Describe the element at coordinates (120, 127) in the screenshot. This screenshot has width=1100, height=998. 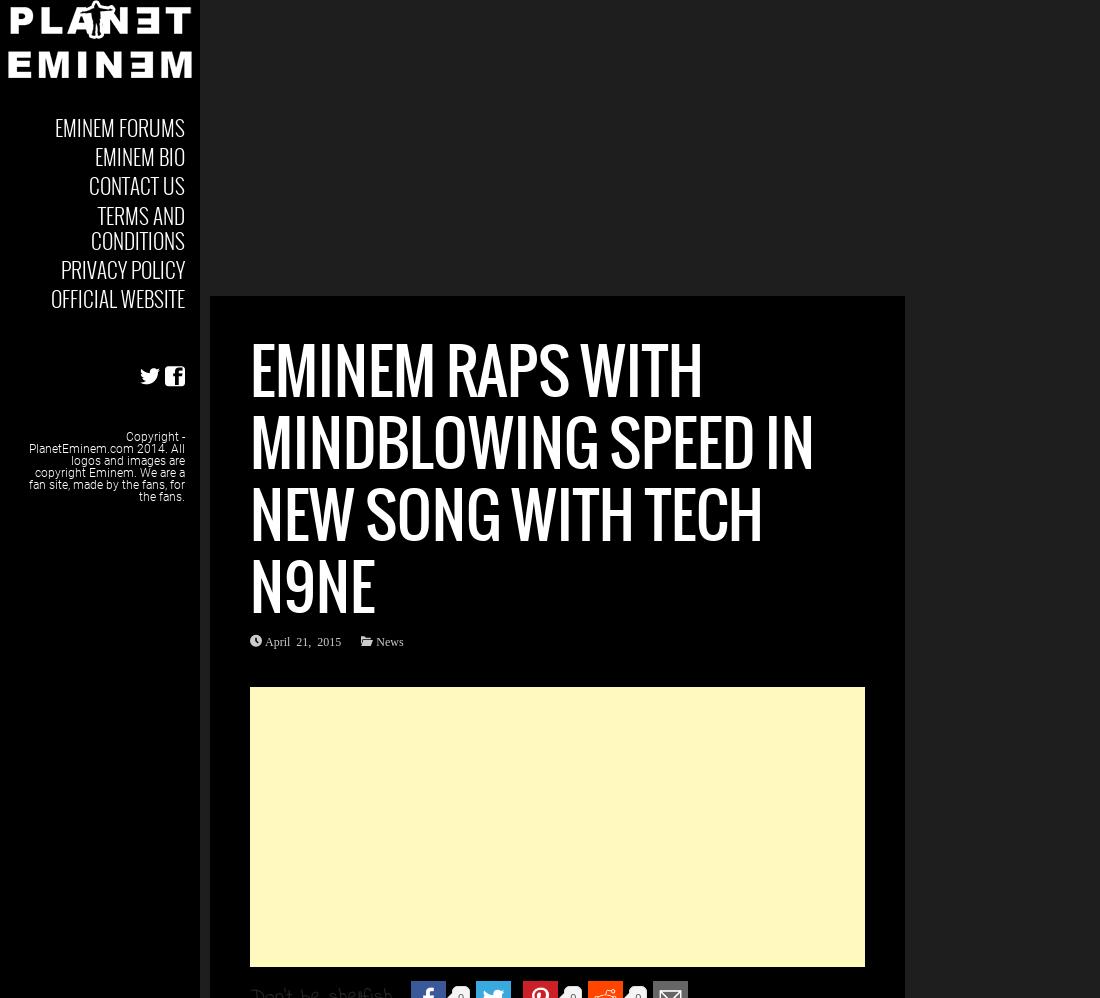
I see `'Eminem Forums'` at that location.